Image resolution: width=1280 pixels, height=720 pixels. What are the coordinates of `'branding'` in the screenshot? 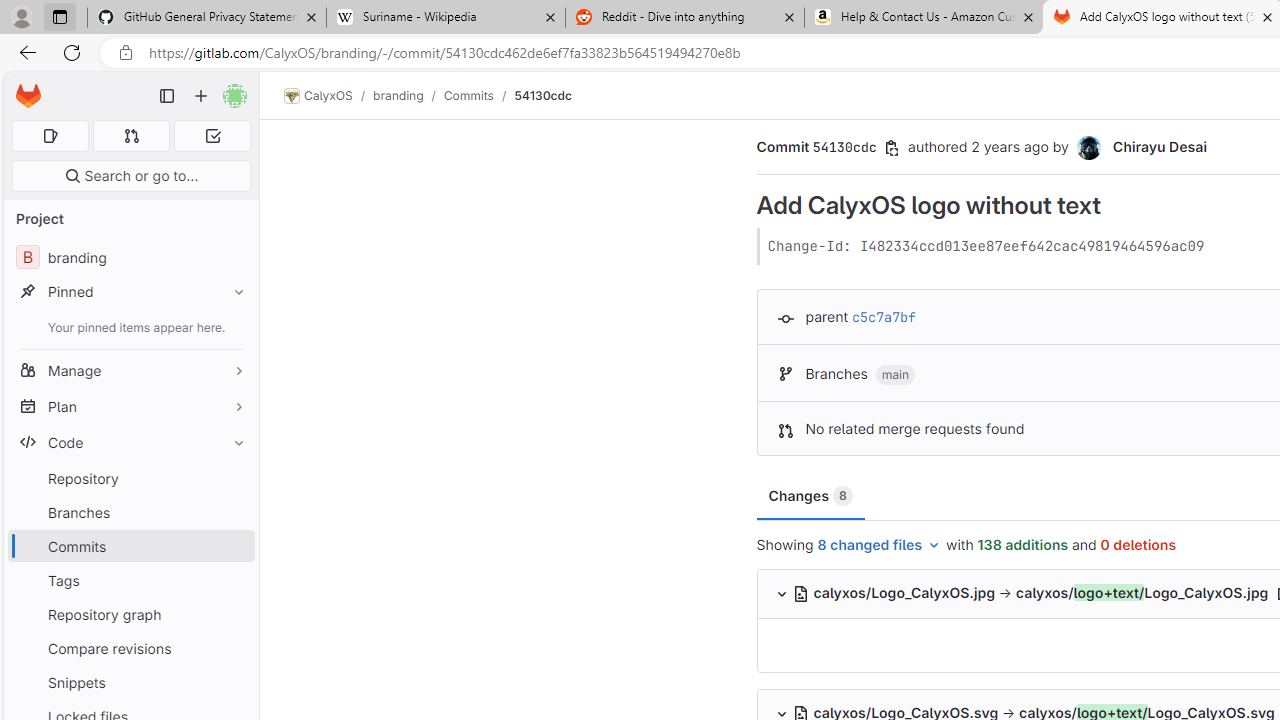 It's located at (398, 95).